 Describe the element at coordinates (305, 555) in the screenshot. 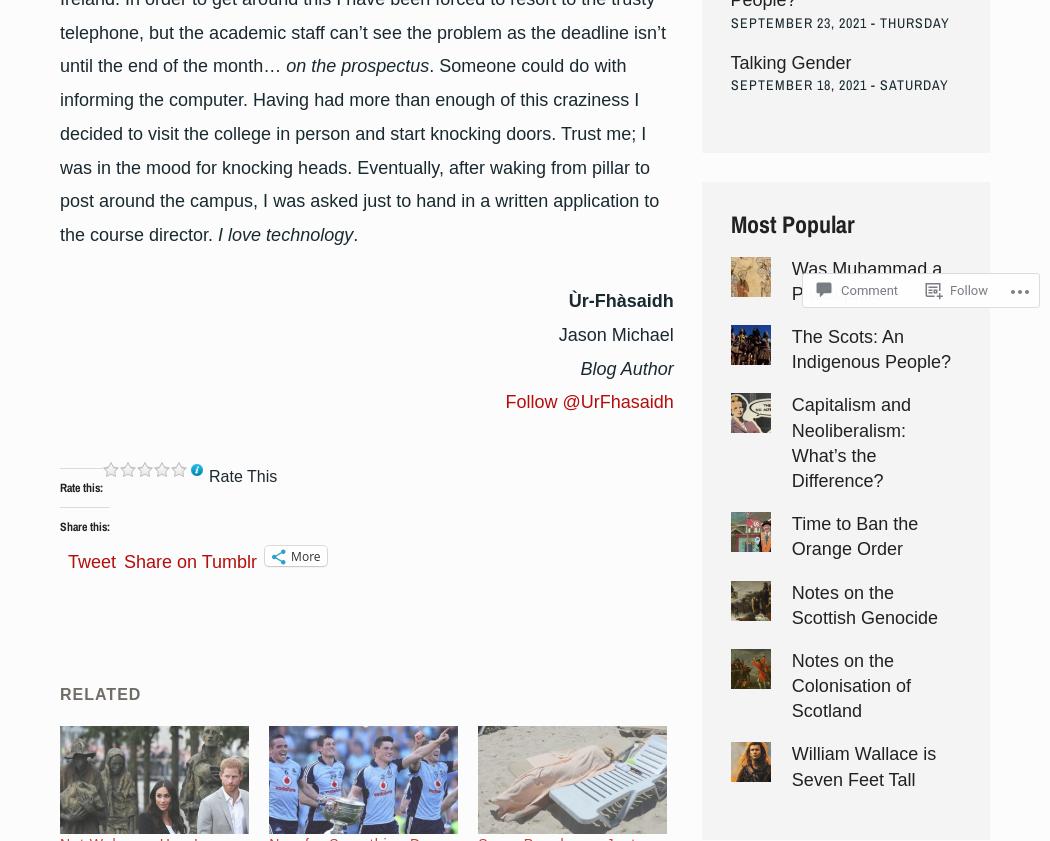

I see `'More'` at that location.